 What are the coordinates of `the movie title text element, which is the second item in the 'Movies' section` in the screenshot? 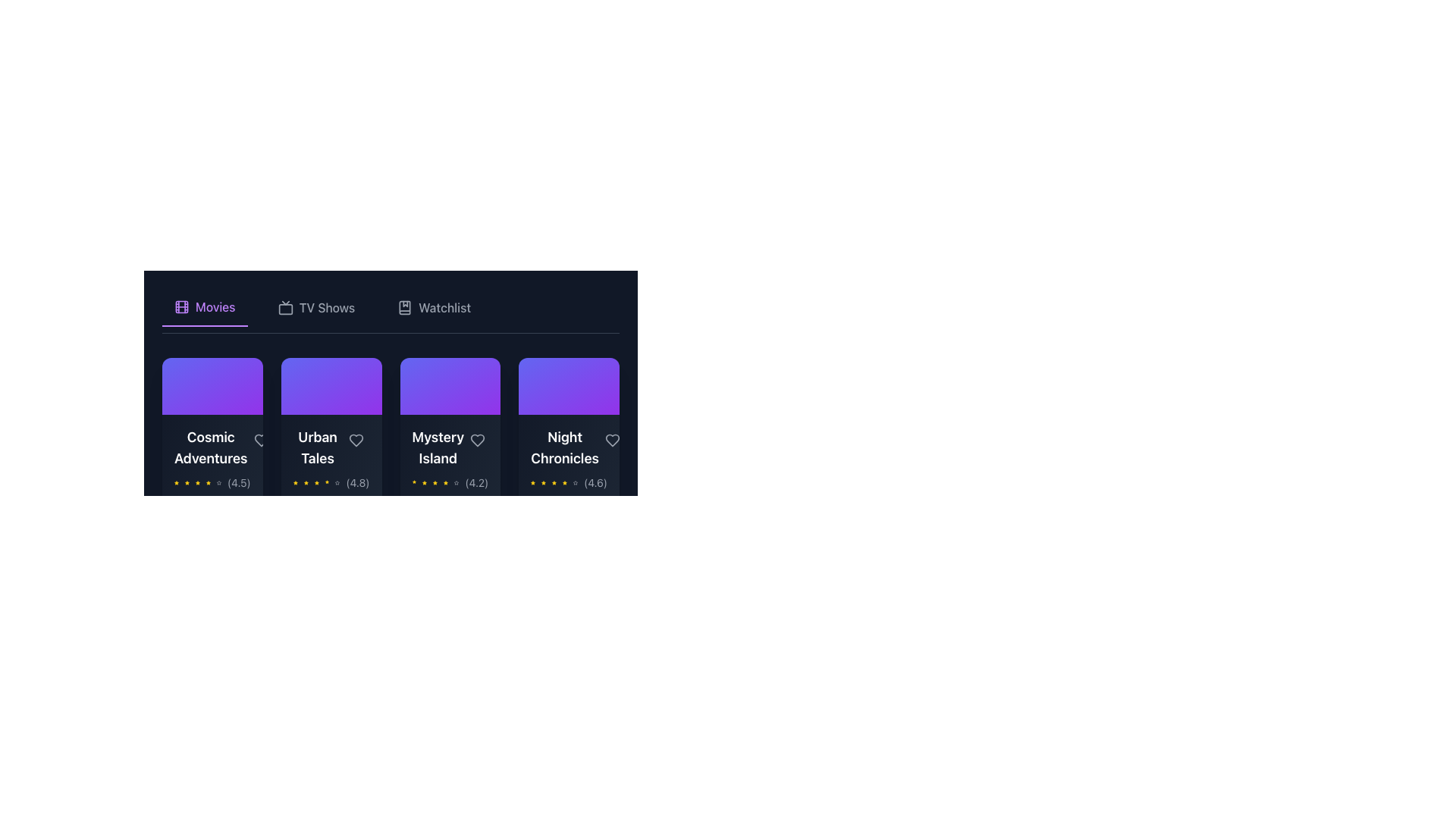 It's located at (331, 447).